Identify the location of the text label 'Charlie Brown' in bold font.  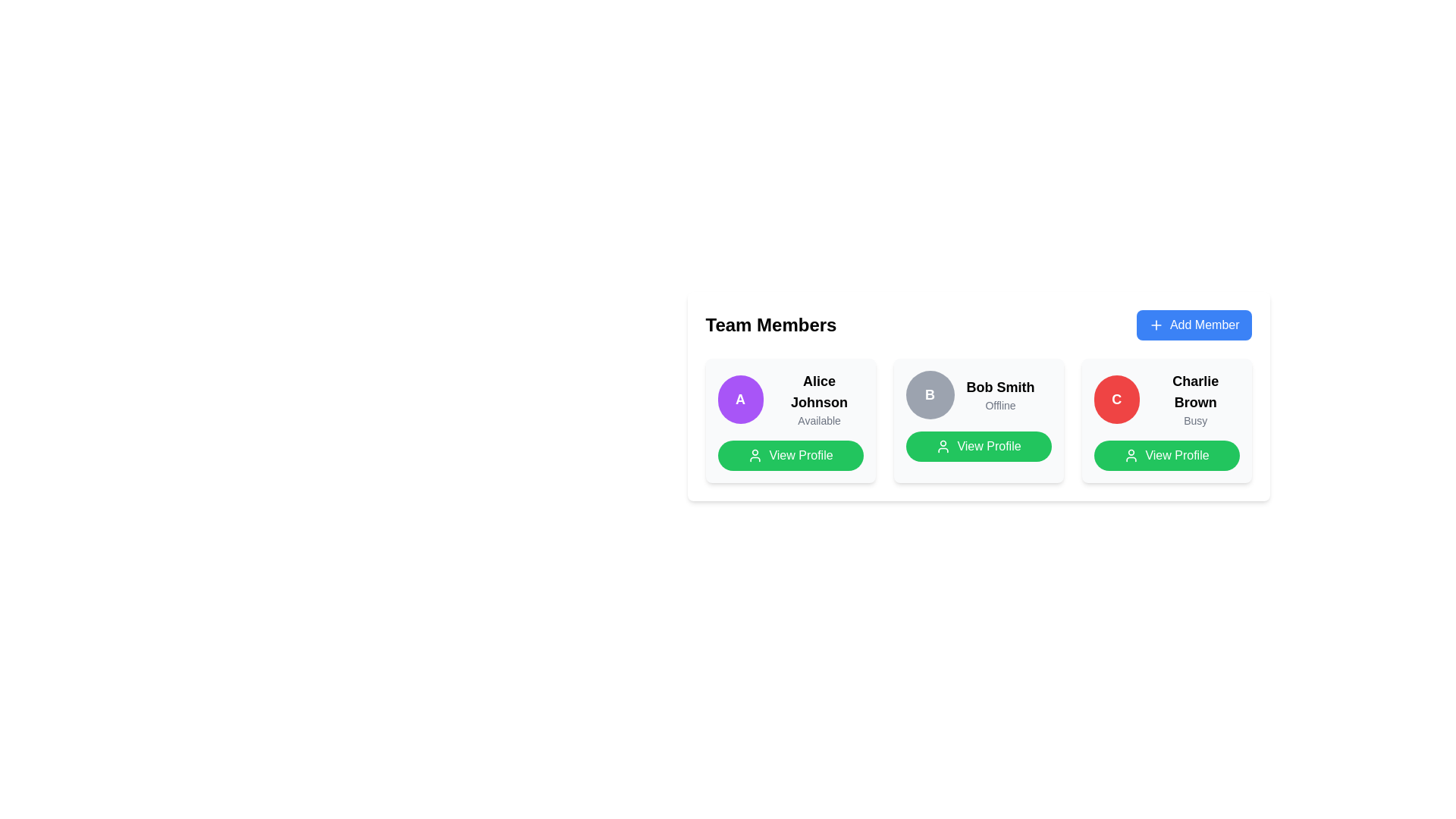
(1194, 399).